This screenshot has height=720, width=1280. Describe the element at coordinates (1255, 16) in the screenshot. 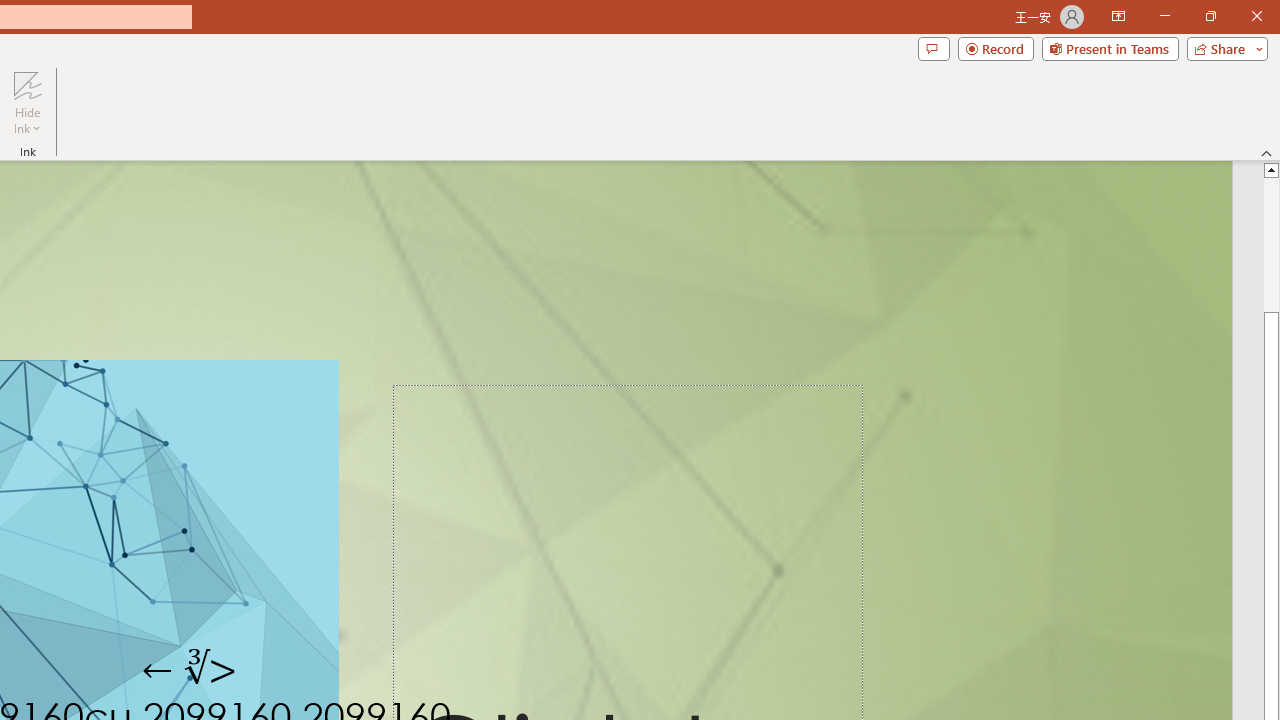

I see `'Close'` at that location.